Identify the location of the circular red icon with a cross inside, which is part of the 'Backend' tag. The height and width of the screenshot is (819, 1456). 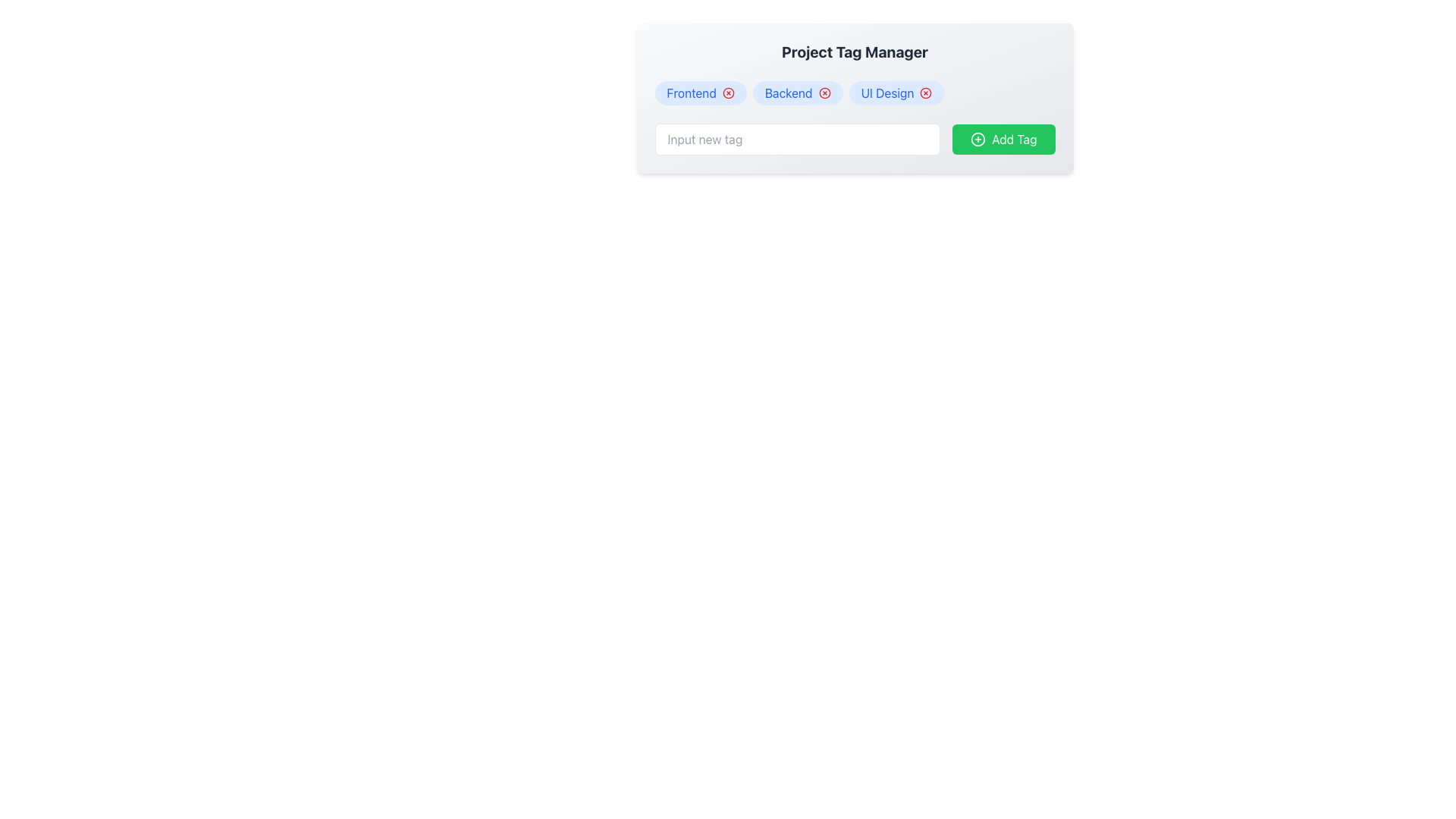
(824, 93).